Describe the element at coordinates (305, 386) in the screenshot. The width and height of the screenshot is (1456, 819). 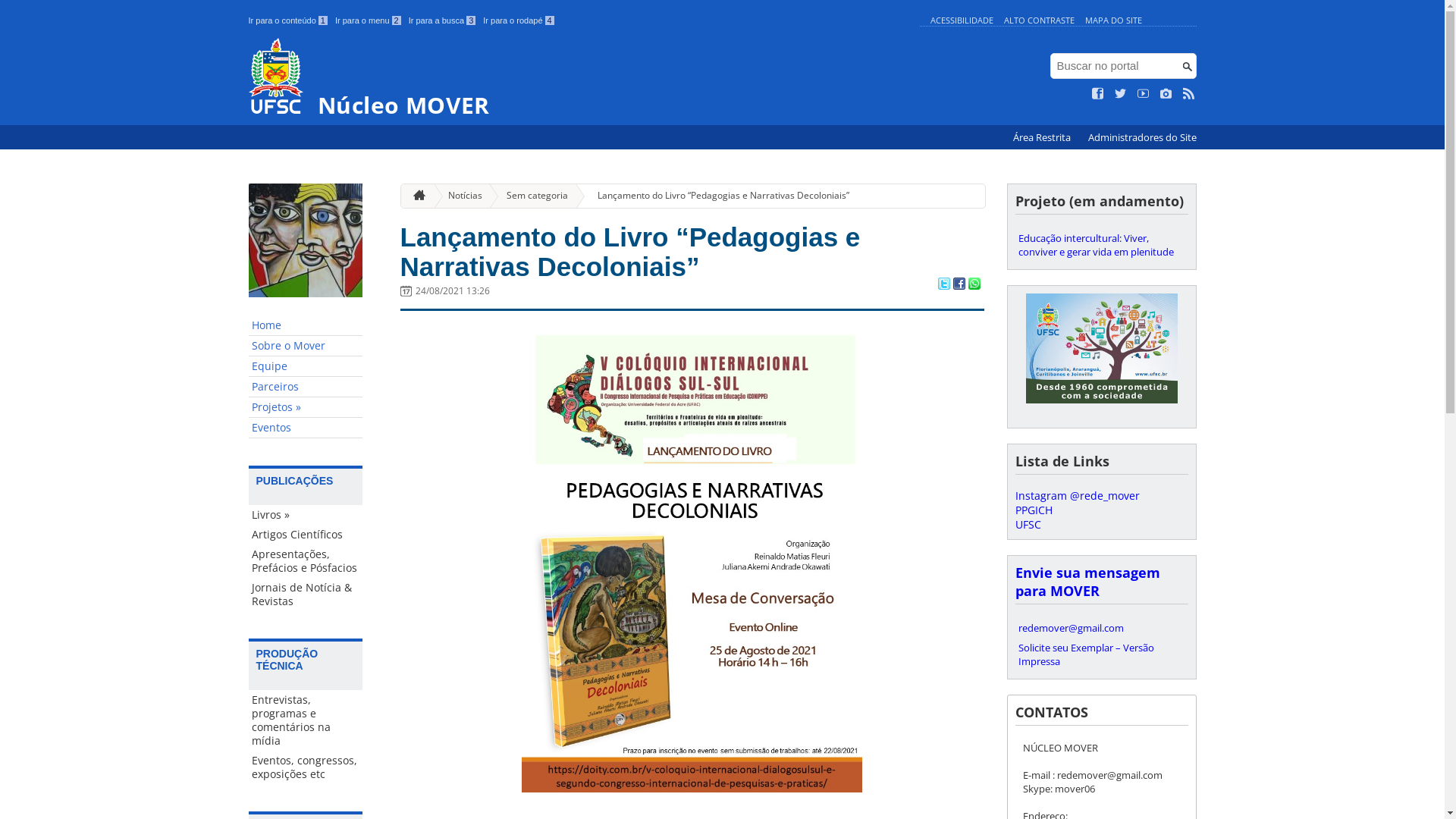
I see `'Parceiros'` at that location.